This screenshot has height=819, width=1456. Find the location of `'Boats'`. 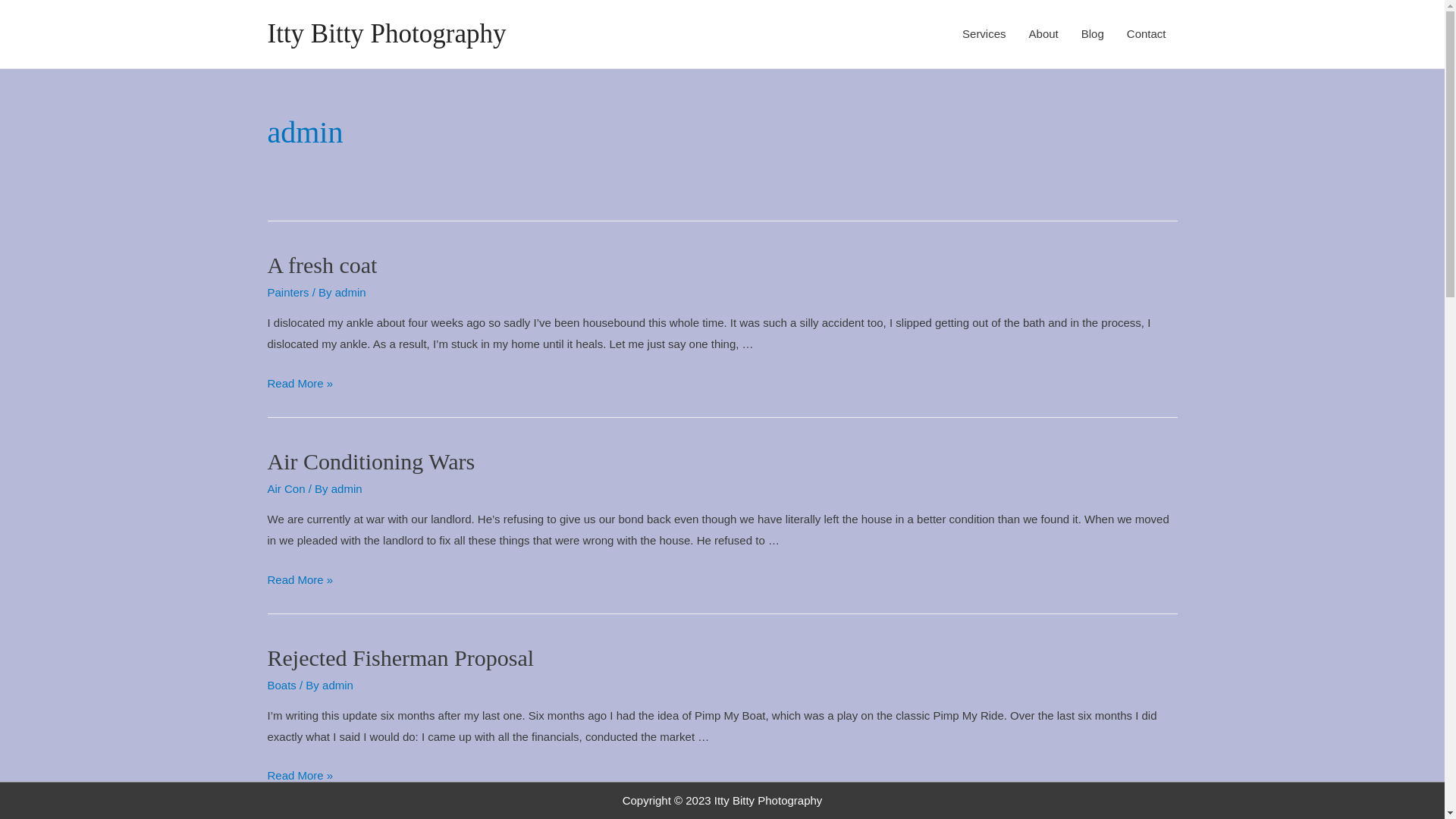

'Boats' is located at coordinates (281, 685).